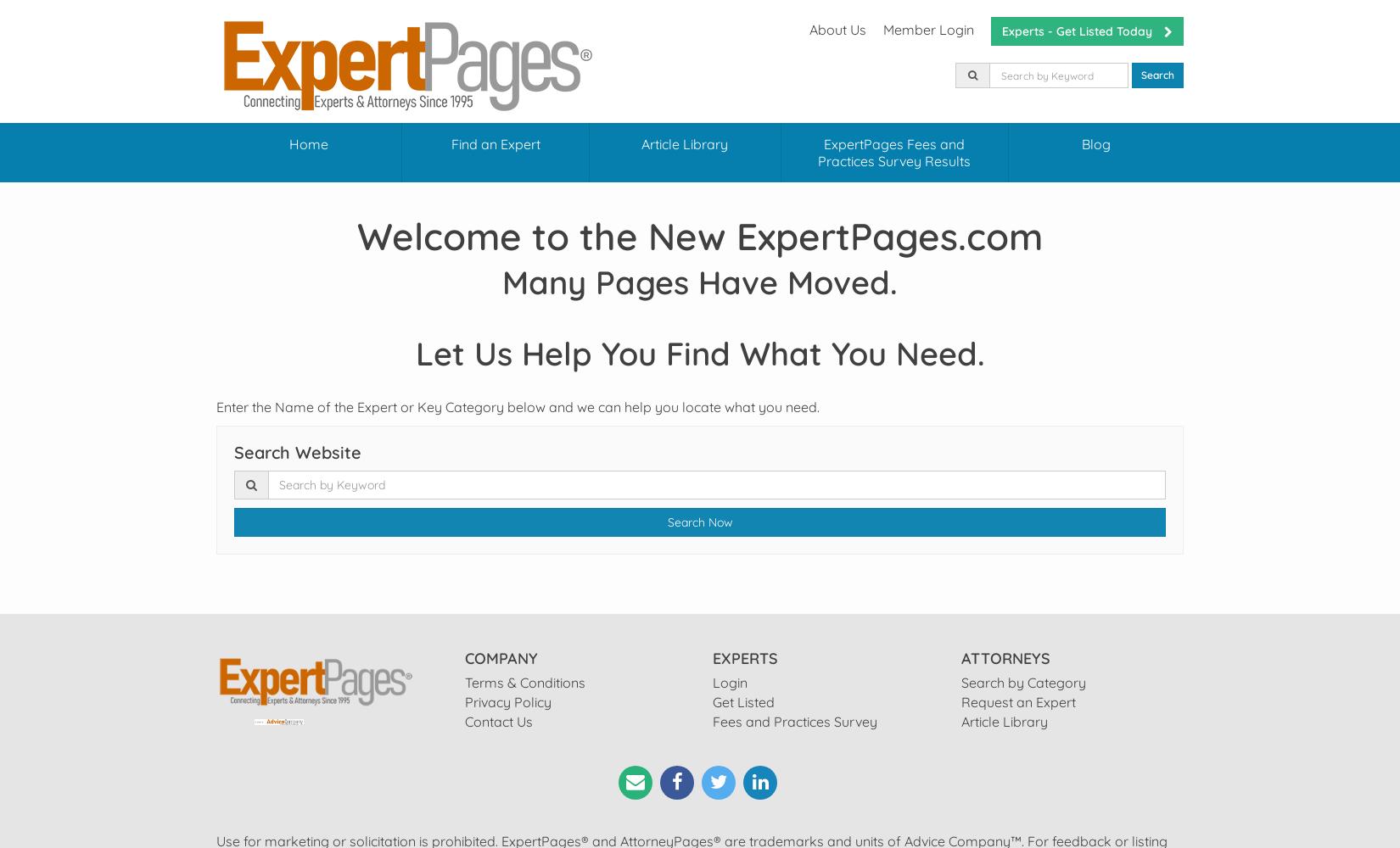 The image size is (1400, 848). I want to click on 'Privacy Policy', so click(506, 701).